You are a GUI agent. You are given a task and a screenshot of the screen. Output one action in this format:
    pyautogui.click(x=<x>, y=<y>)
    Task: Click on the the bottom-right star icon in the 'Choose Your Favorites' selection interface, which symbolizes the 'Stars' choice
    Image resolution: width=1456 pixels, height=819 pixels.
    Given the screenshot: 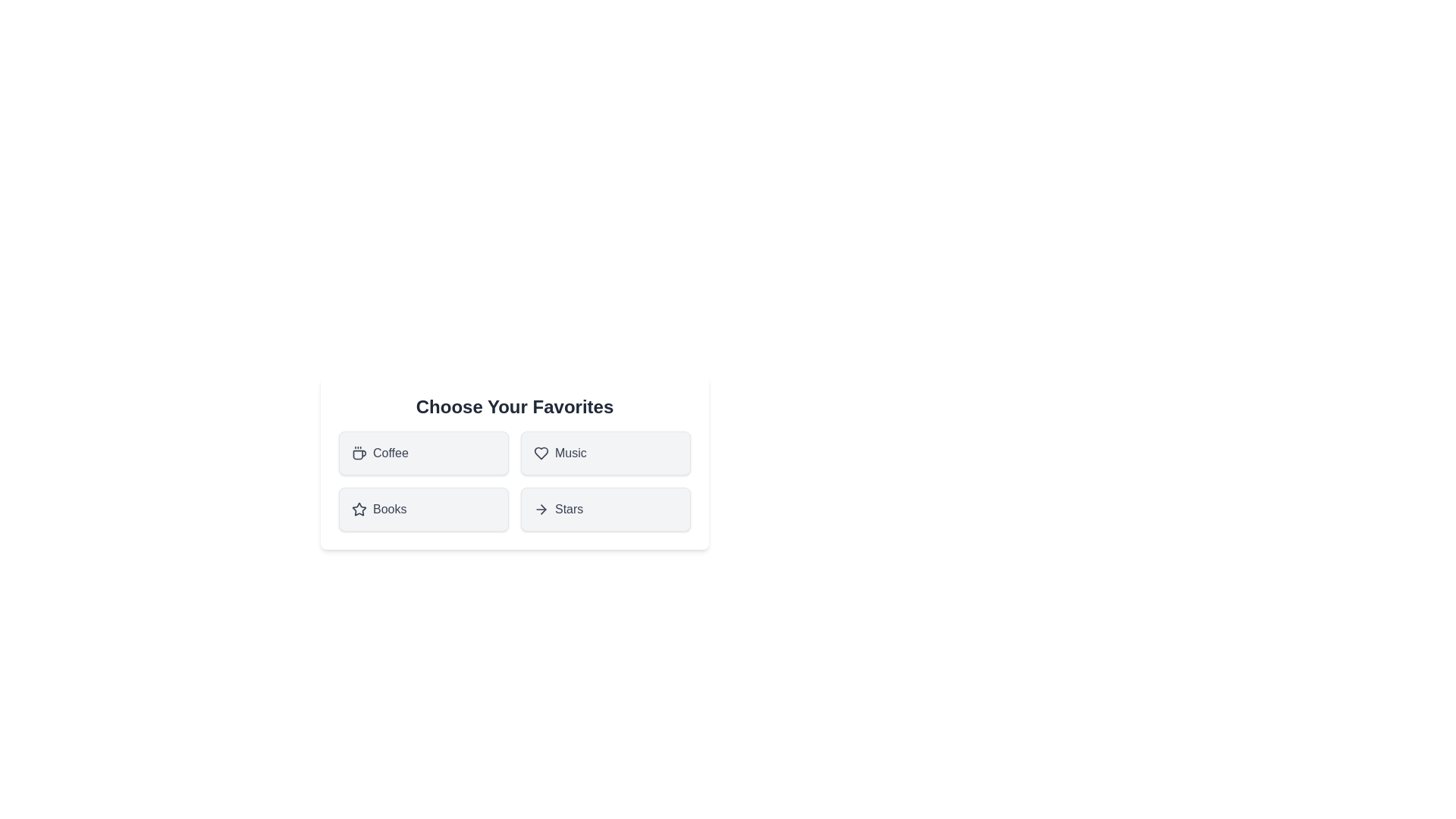 What is the action you would take?
    pyautogui.click(x=359, y=509)
    